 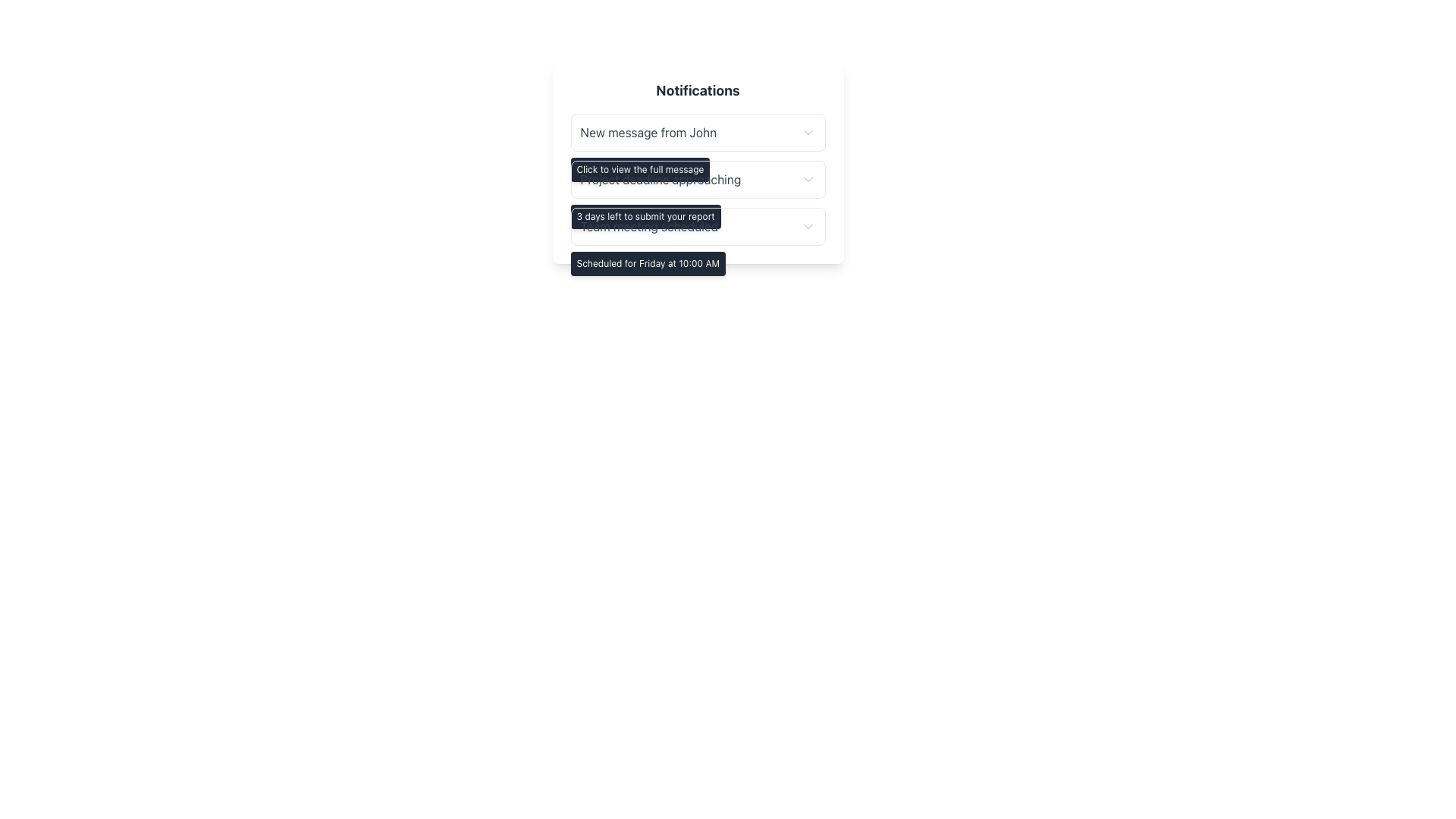 What do you see at coordinates (645, 216) in the screenshot?
I see `the tooltip that provides additional information about the deadline for submitting a report, positioned directly below the 'Project deadline approaching' item in the dropdown menu` at bounding box center [645, 216].